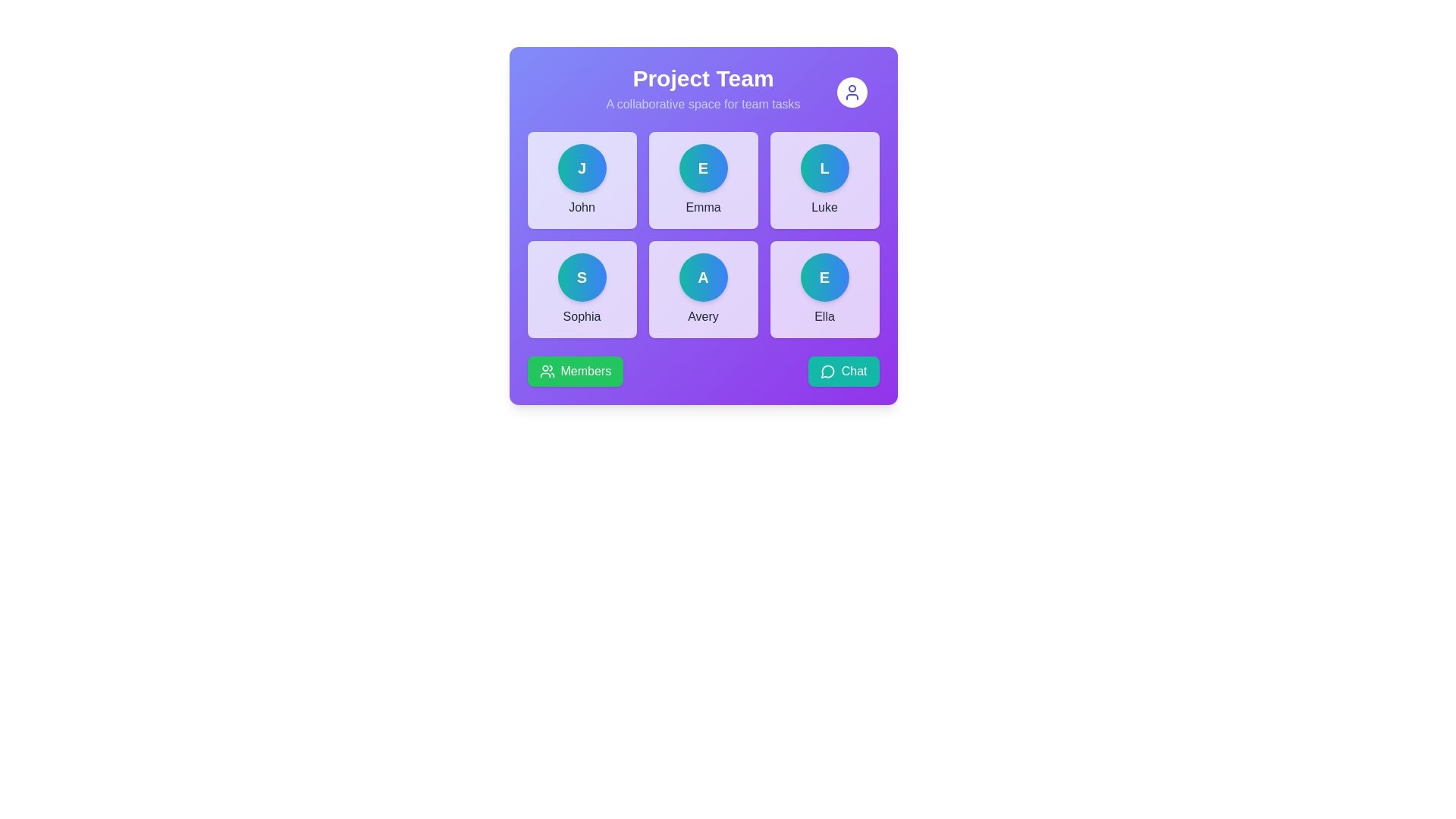  I want to click on the user profile icon located at the top-right corner of the interface, so click(852, 93).